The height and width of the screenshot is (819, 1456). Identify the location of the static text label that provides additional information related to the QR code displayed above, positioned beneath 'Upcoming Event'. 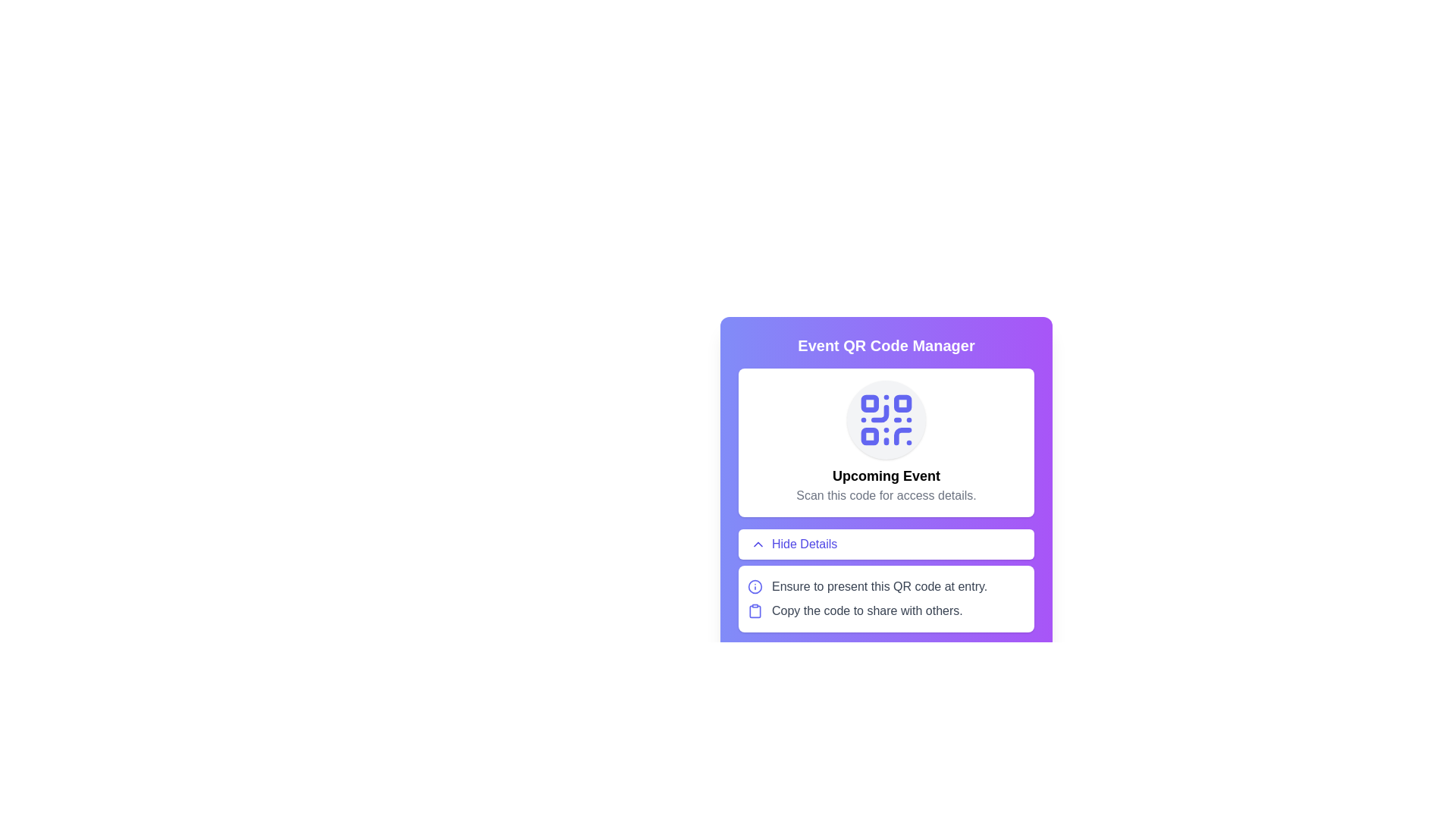
(886, 496).